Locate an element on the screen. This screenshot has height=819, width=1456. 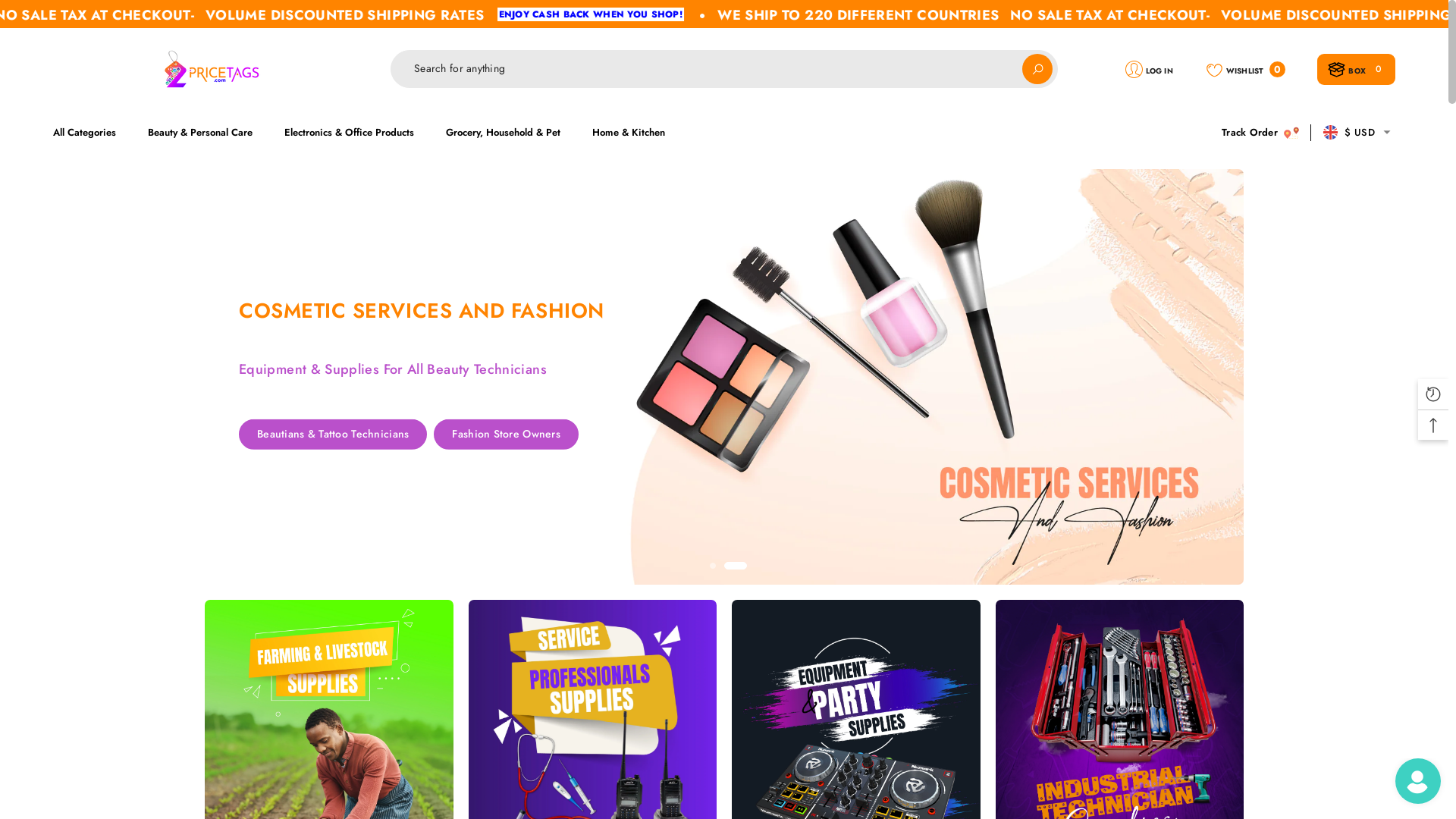
'Home & Kitchen' is located at coordinates (629, 131).